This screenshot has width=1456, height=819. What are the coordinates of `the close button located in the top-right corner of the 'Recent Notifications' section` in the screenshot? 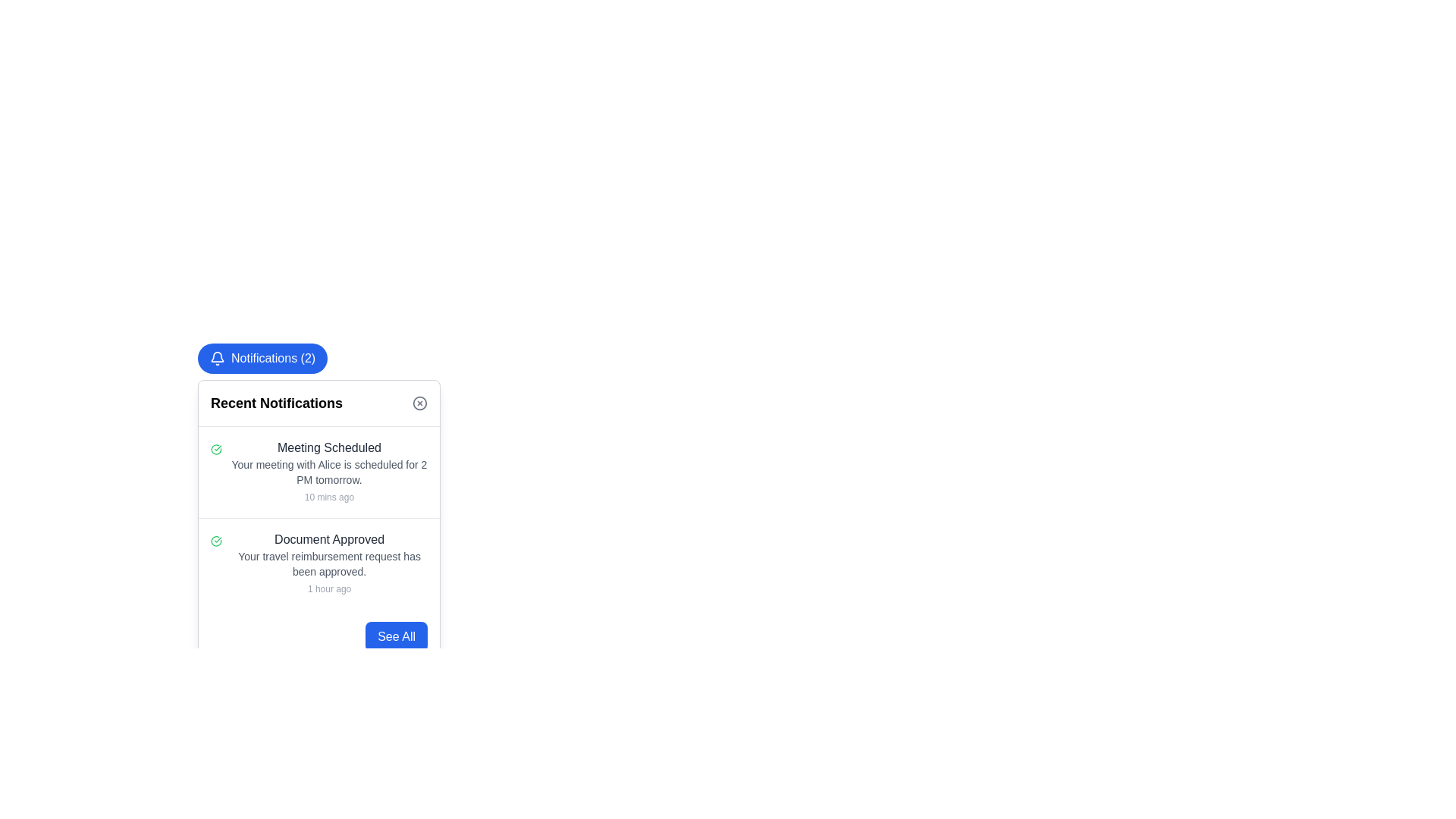 It's located at (419, 403).